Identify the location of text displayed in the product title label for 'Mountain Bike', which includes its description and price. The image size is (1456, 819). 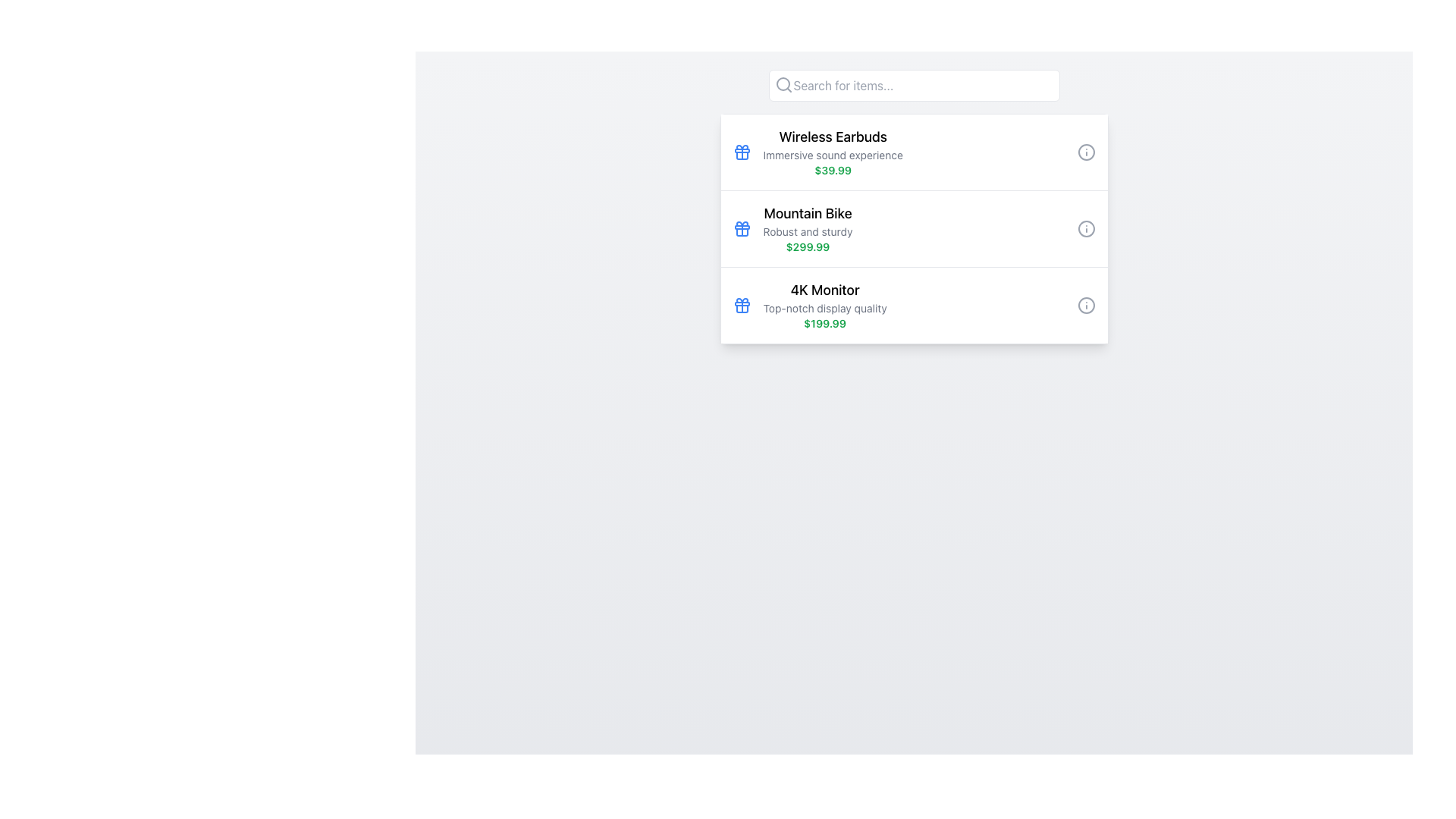
(807, 228).